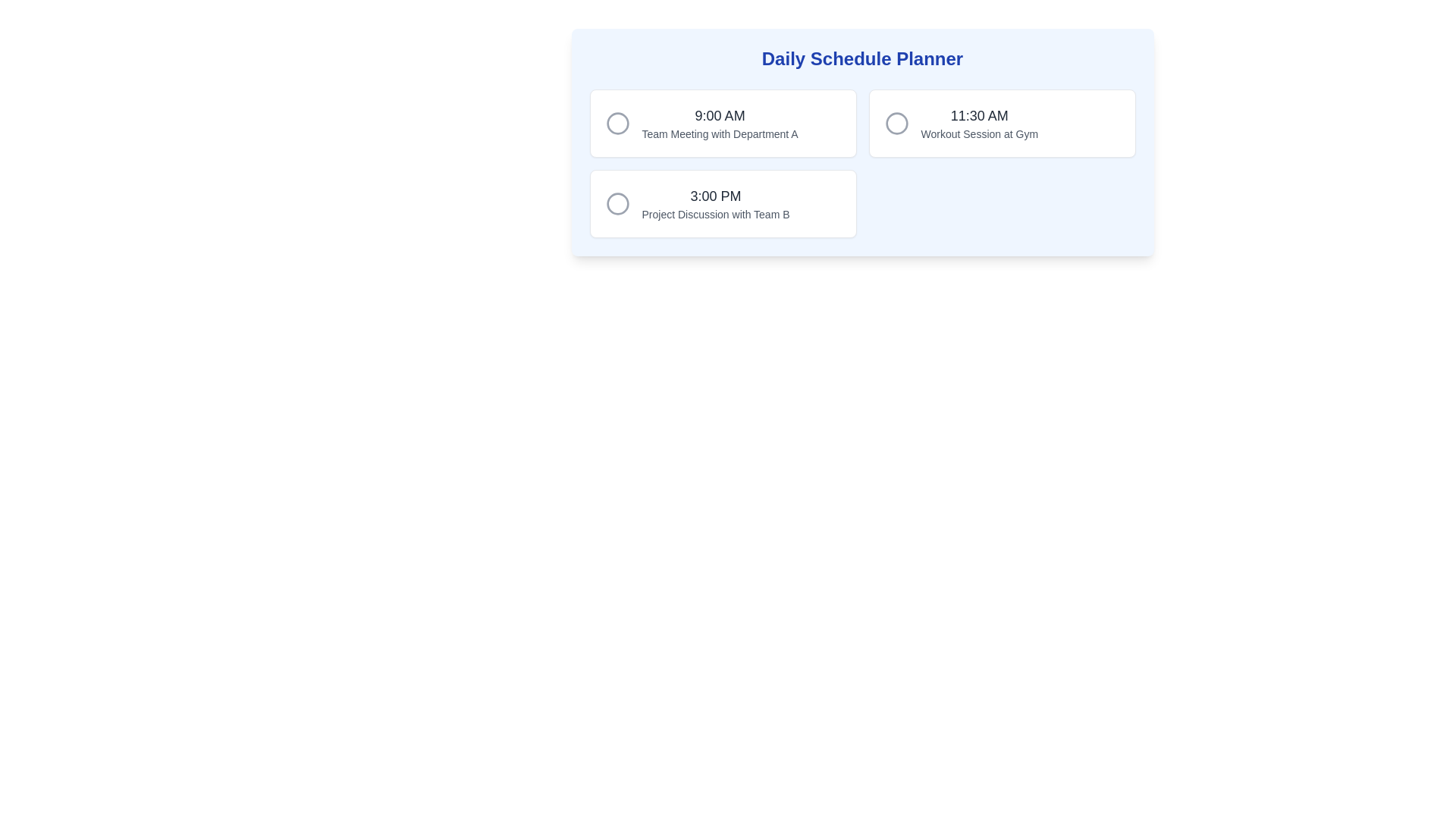 This screenshot has width=1456, height=819. I want to click on text label indicating the description or details of the scheduled event, positioned beneath the '9:00 AM' time slot and beside the circular radio button selector, so click(719, 133).